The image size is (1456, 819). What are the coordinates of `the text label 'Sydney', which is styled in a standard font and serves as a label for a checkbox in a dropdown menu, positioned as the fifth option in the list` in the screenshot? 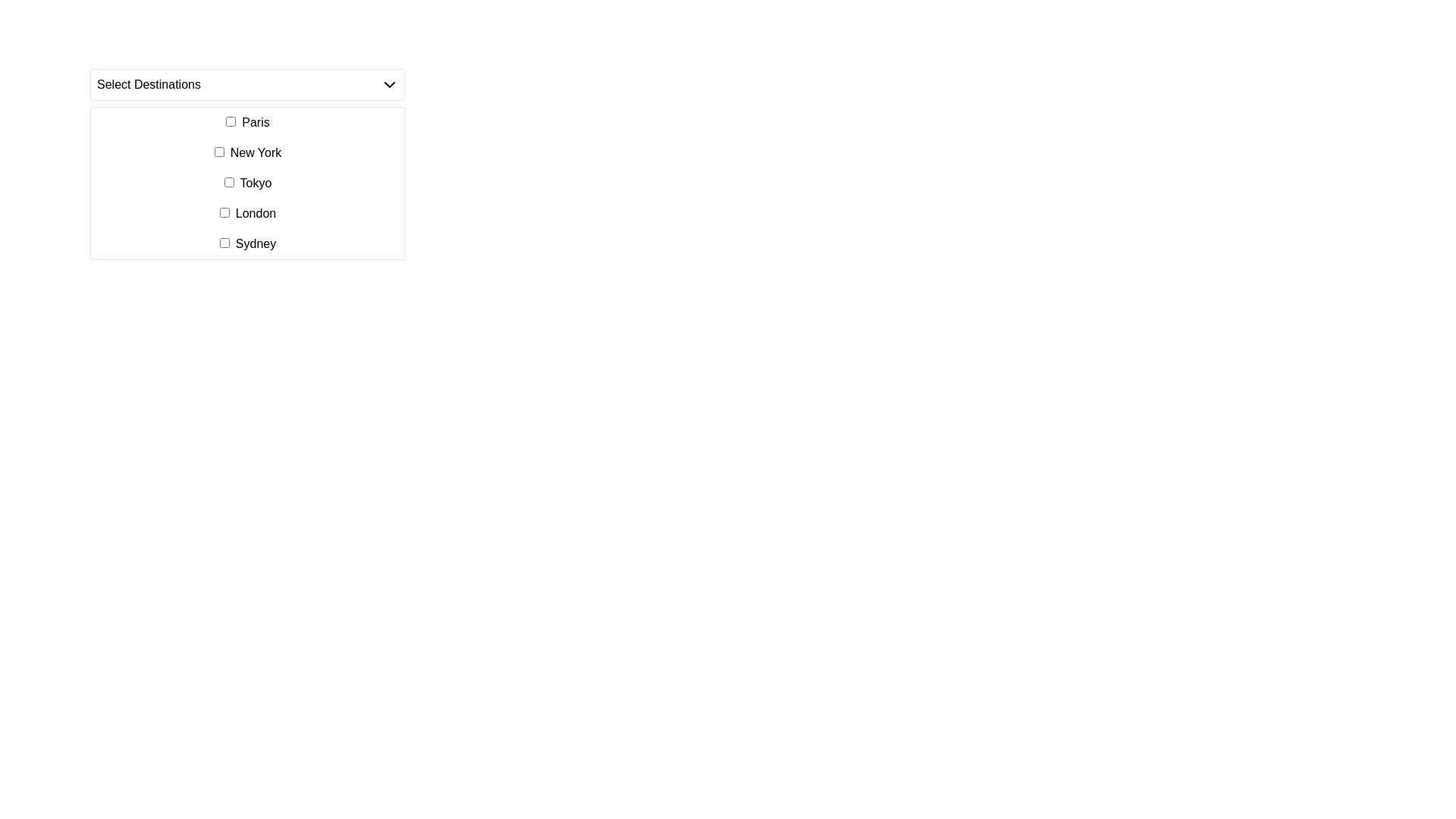 It's located at (256, 243).